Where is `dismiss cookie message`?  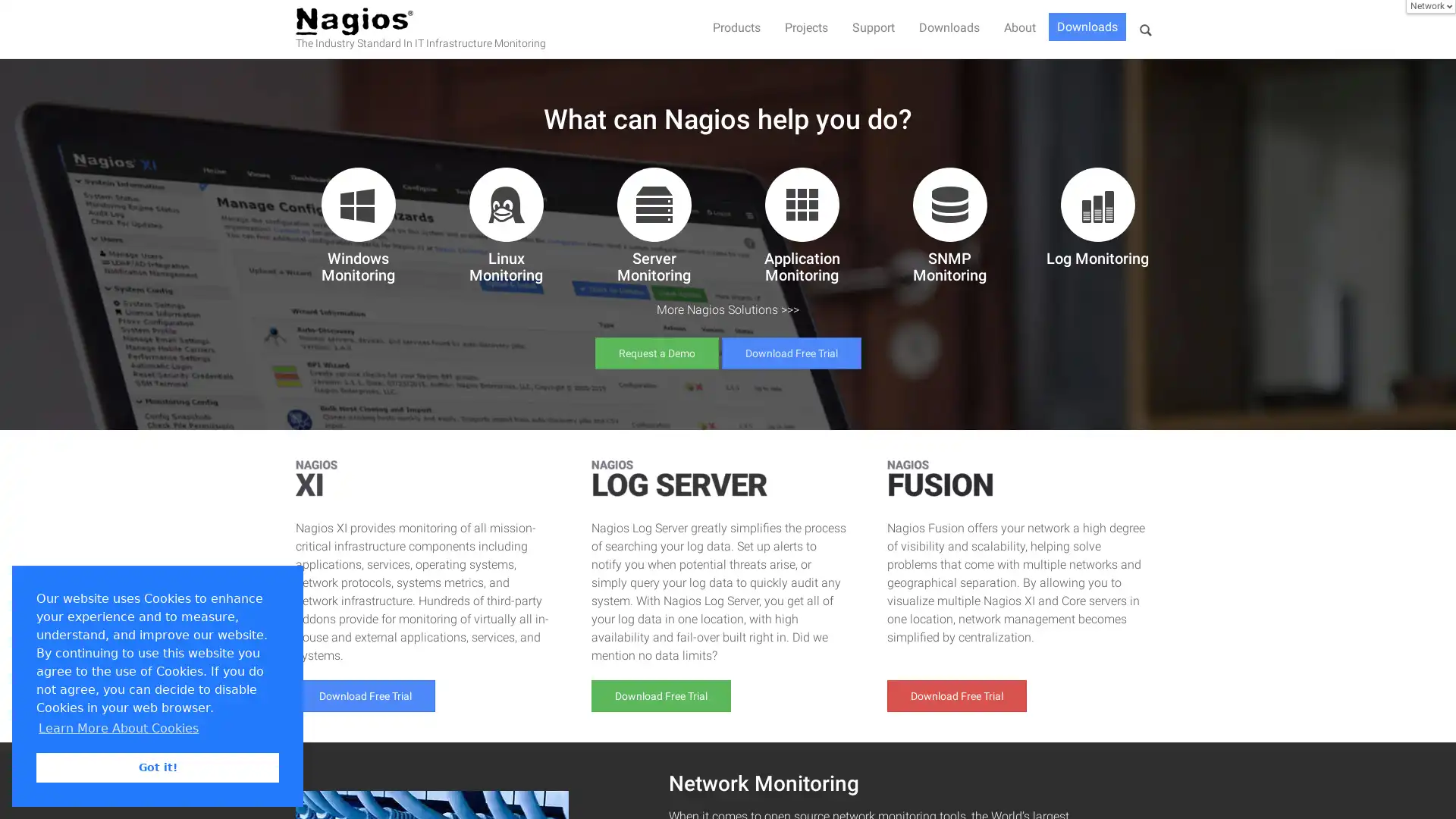 dismiss cookie message is located at coordinates (157, 767).